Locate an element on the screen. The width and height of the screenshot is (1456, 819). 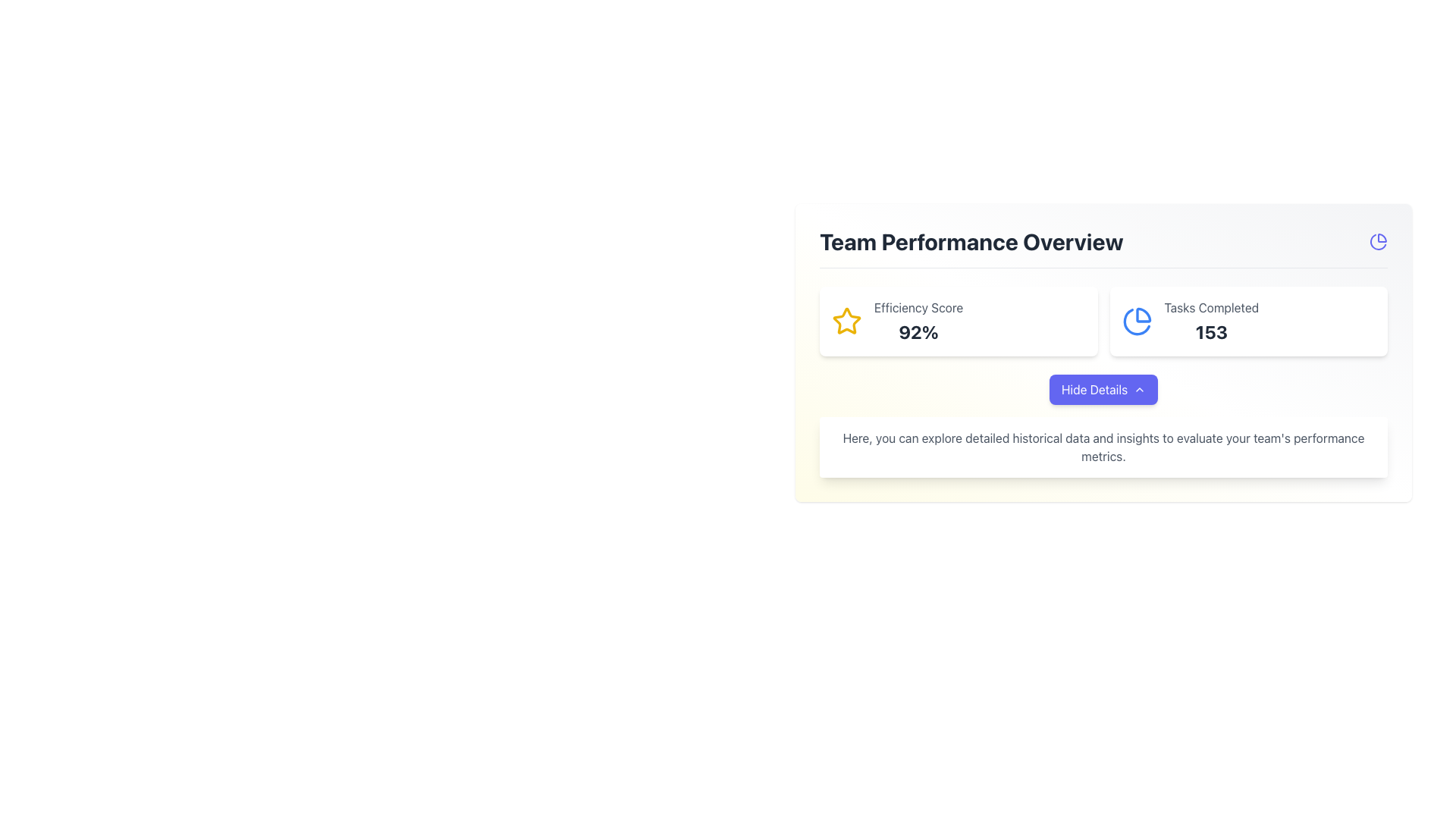
numeric display showing the count of completed tasks located in the bottom-right section beneath 'Tasks Completed' is located at coordinates (1210, 331).